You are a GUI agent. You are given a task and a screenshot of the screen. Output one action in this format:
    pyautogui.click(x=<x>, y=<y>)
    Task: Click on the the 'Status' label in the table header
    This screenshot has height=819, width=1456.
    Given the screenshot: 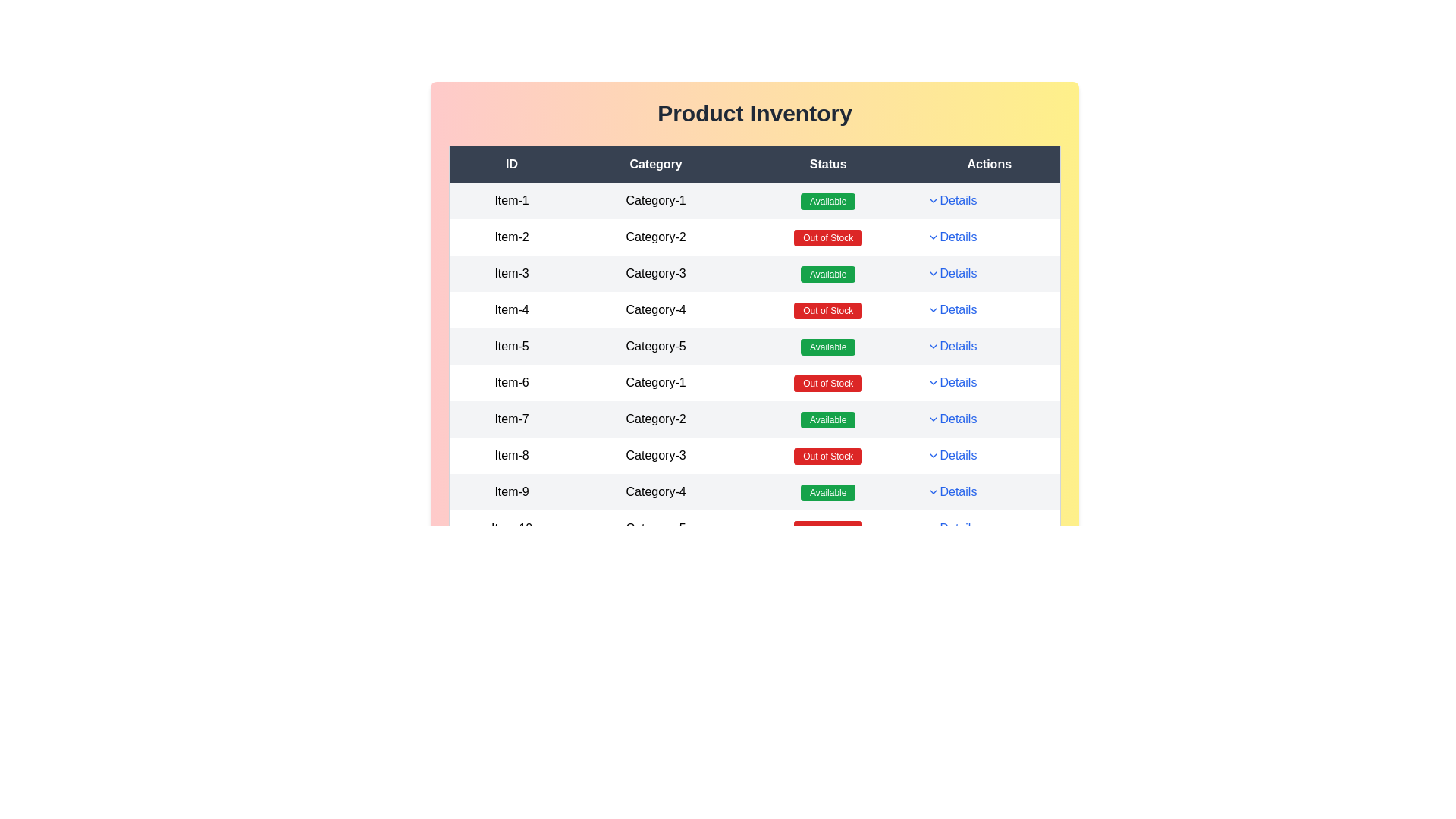 What is the action you would take?
    pyautogui.click(x=827, y=164)
    